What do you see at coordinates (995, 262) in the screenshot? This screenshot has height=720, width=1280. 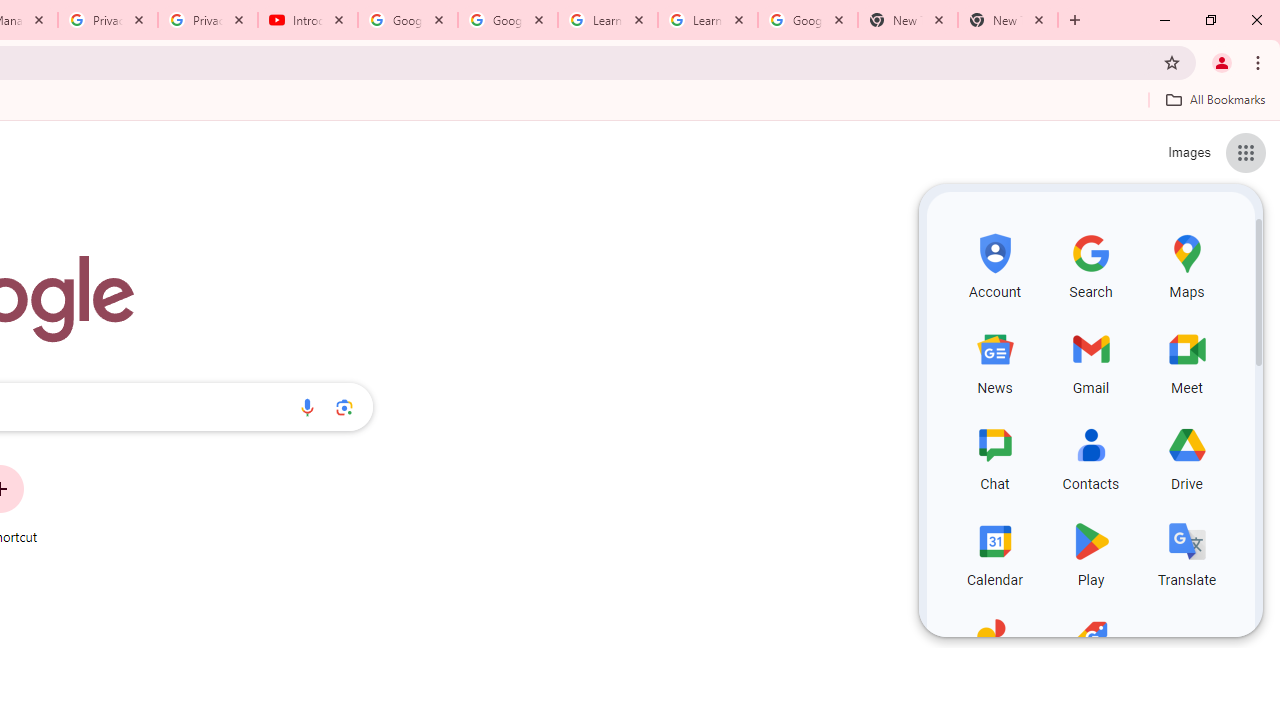 I see `'Account, row 1 of 5 and column 1 of 3 in the first section'` at bounding box center [995, 262].